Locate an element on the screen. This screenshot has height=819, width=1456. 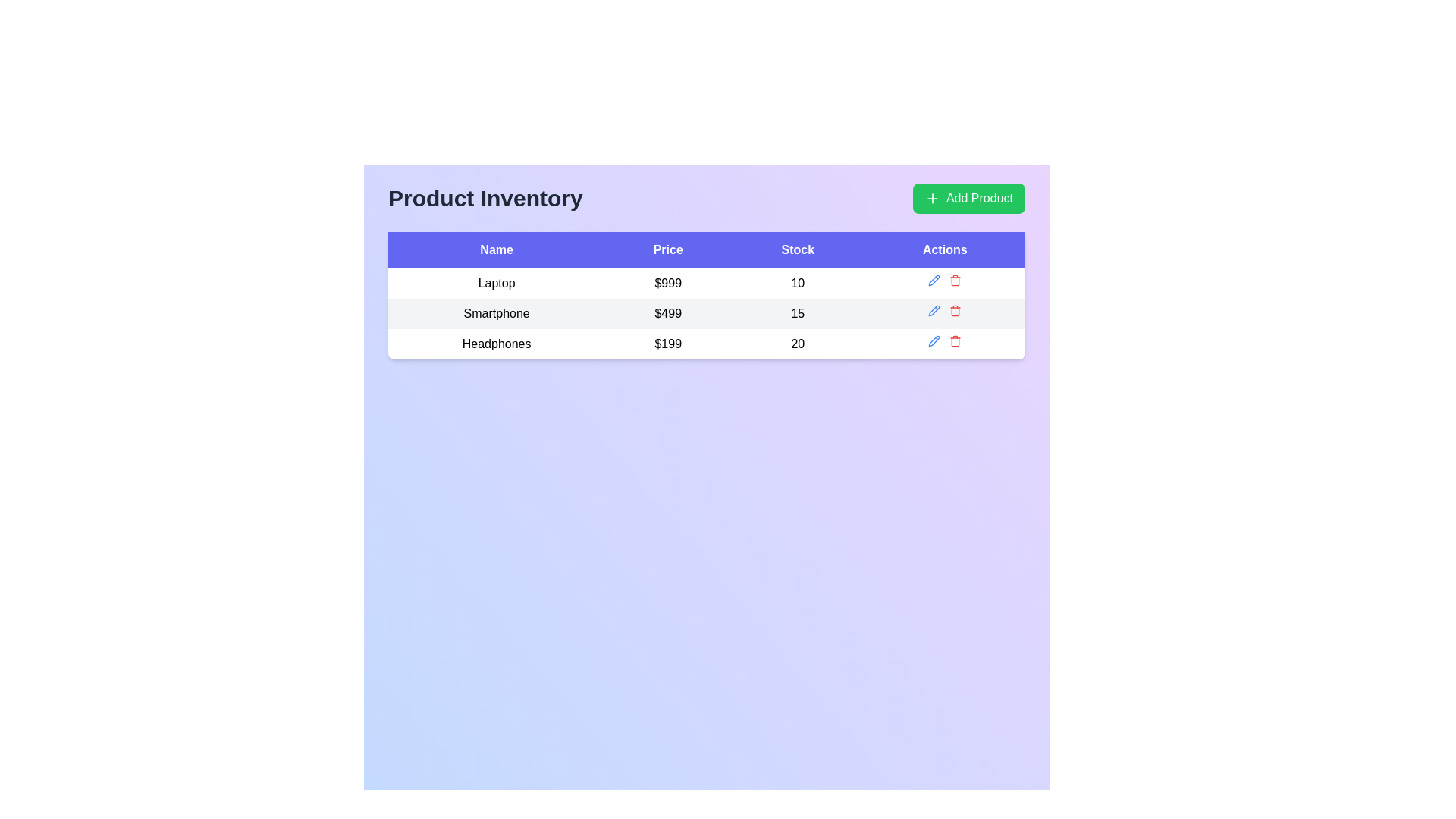
static text heading that indicates the content below pertains to 'Product Inventory' is located at coordinates (485, 198).